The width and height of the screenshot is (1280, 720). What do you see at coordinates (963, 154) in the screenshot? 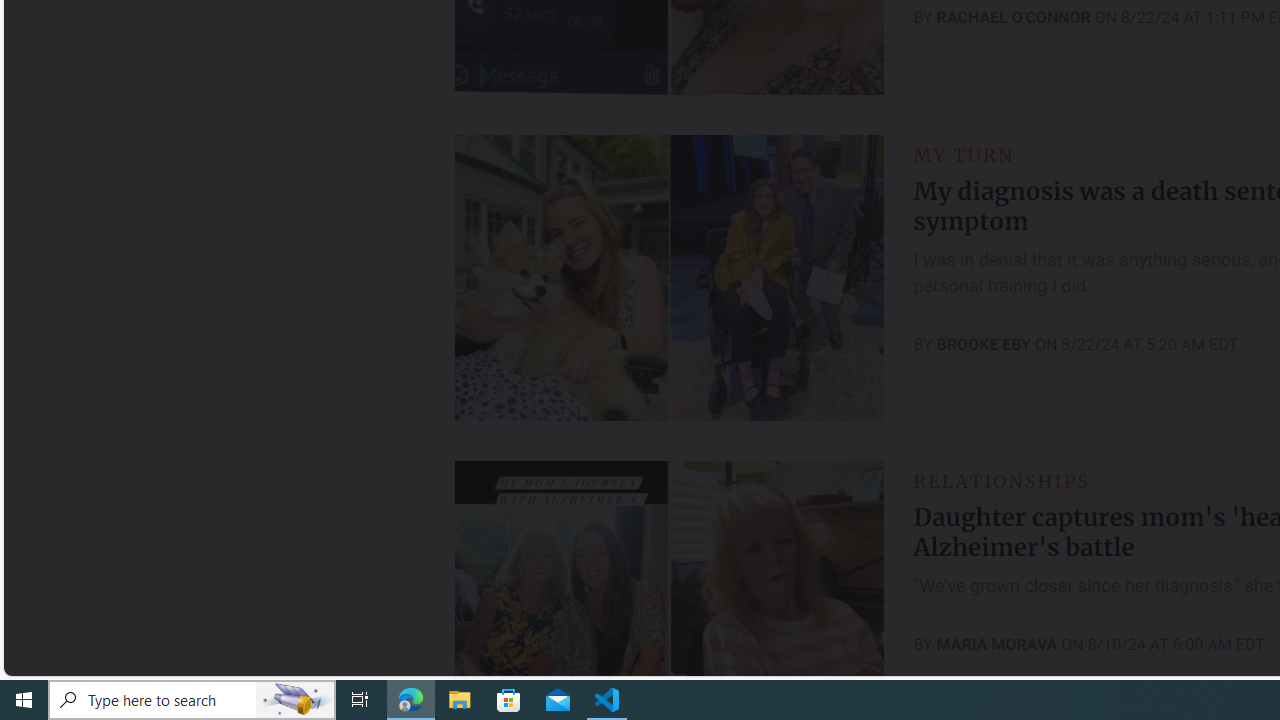
I see `'MY TURN'` at bounding box center [963, 154].